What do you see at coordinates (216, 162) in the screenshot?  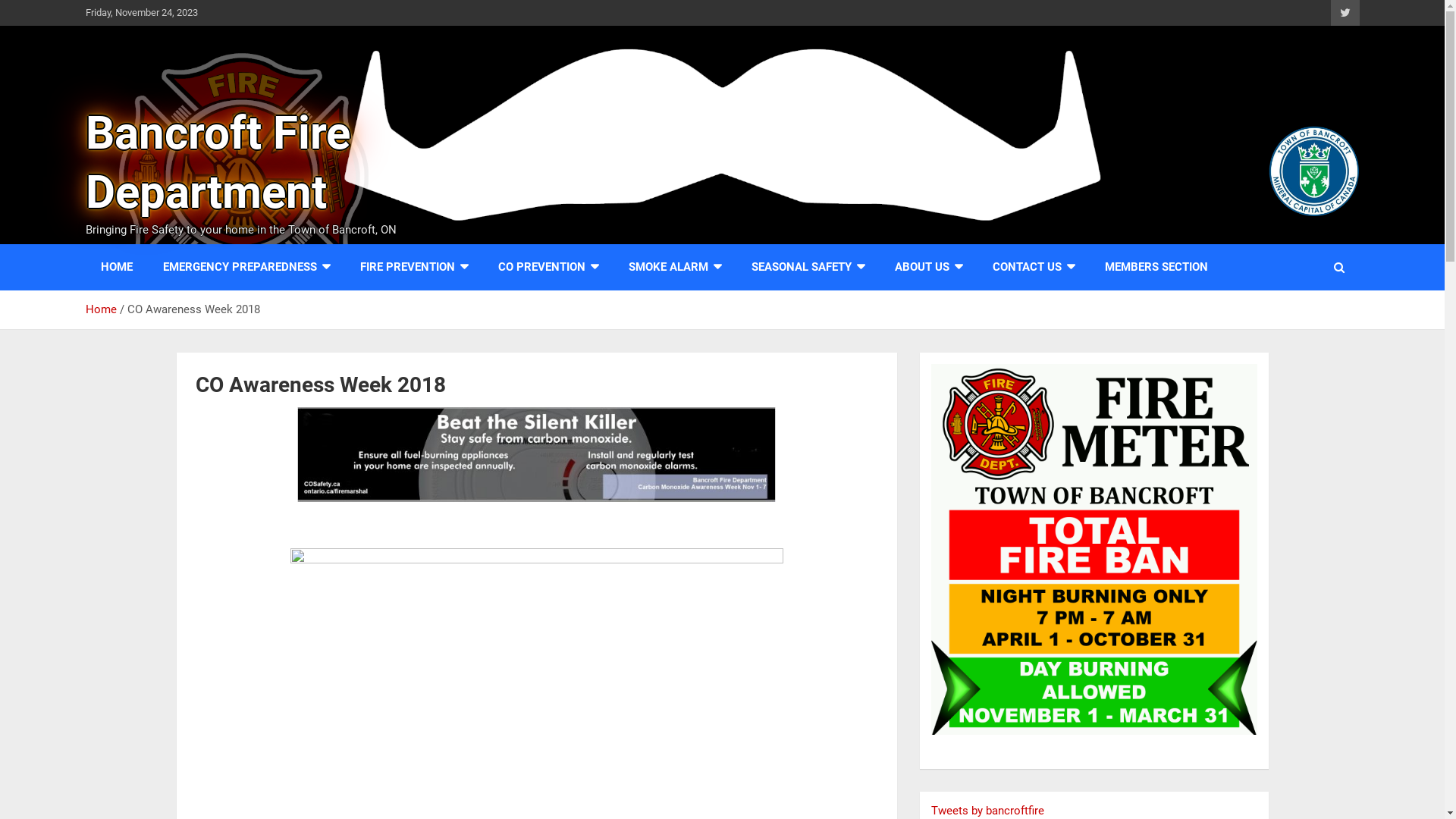 I see `'Bancroft Fire Department'` at bounding box center [216, 162].